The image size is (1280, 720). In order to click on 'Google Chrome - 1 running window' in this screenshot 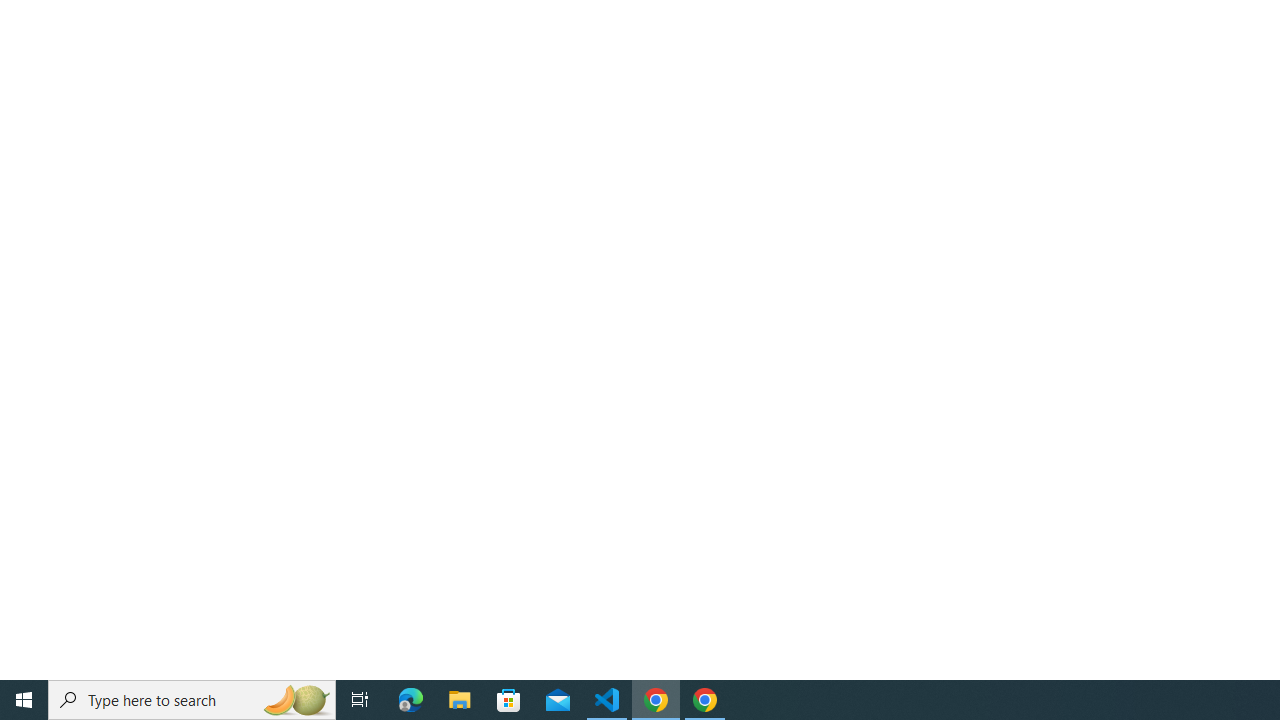, I will do `click(705, 698)`.